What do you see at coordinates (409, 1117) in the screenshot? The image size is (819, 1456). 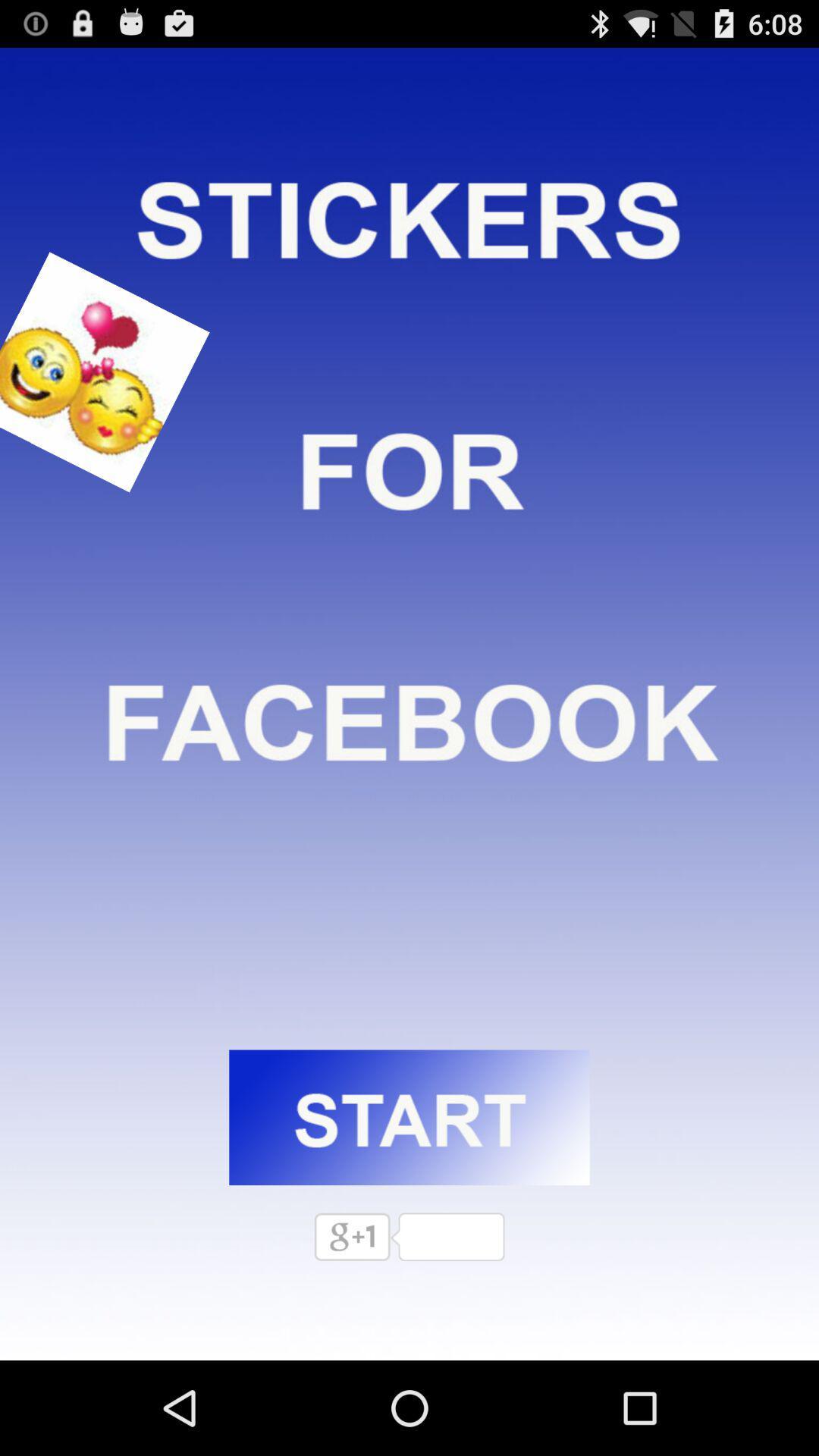 I see `start` at bounding box center [409, 1117].